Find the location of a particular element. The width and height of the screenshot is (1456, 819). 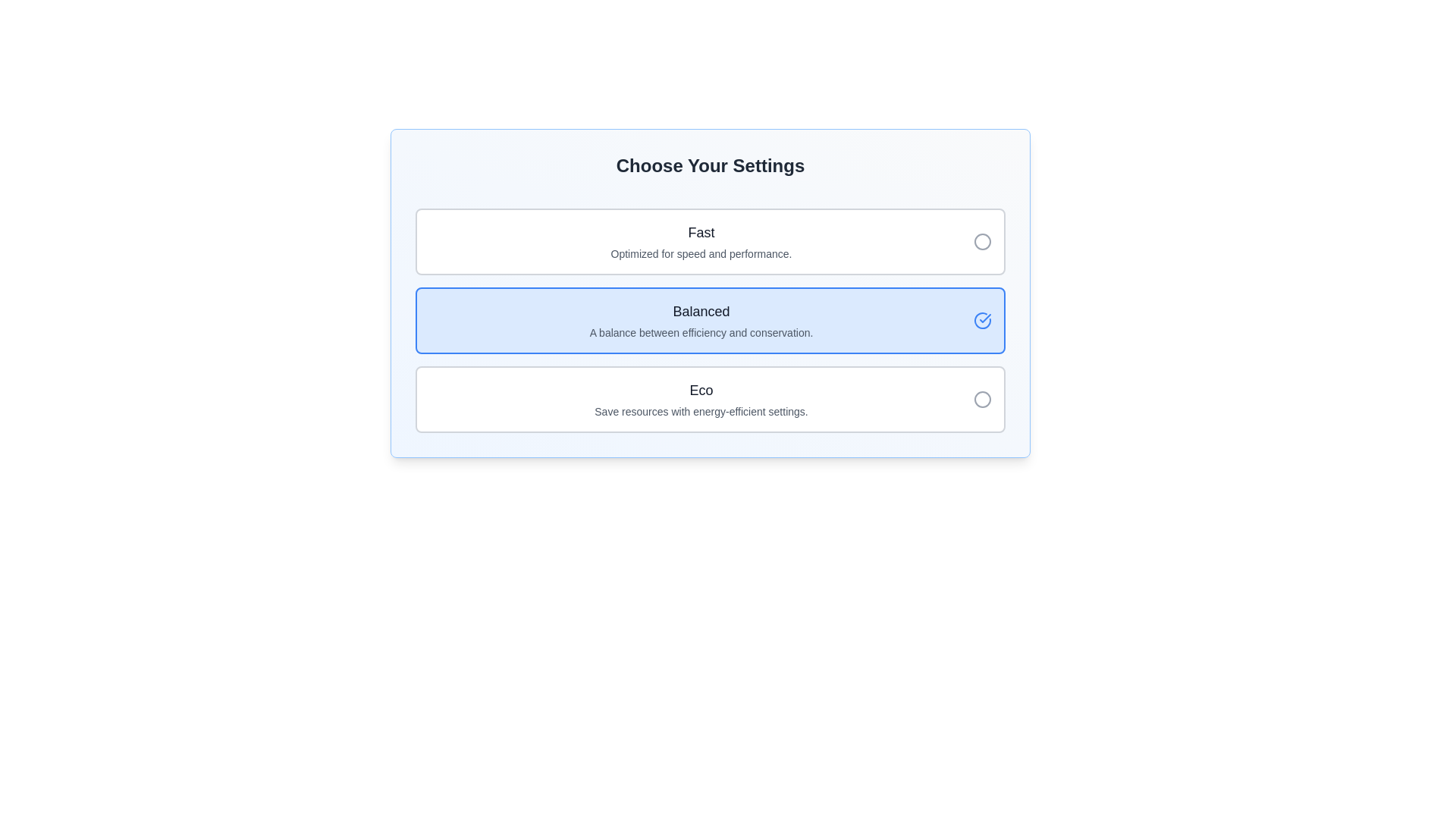

the graphical checkmark icon located at the far-right side of the blue highlighted rectangle labeled 'Balanced' is located at coordinates (985, 318).